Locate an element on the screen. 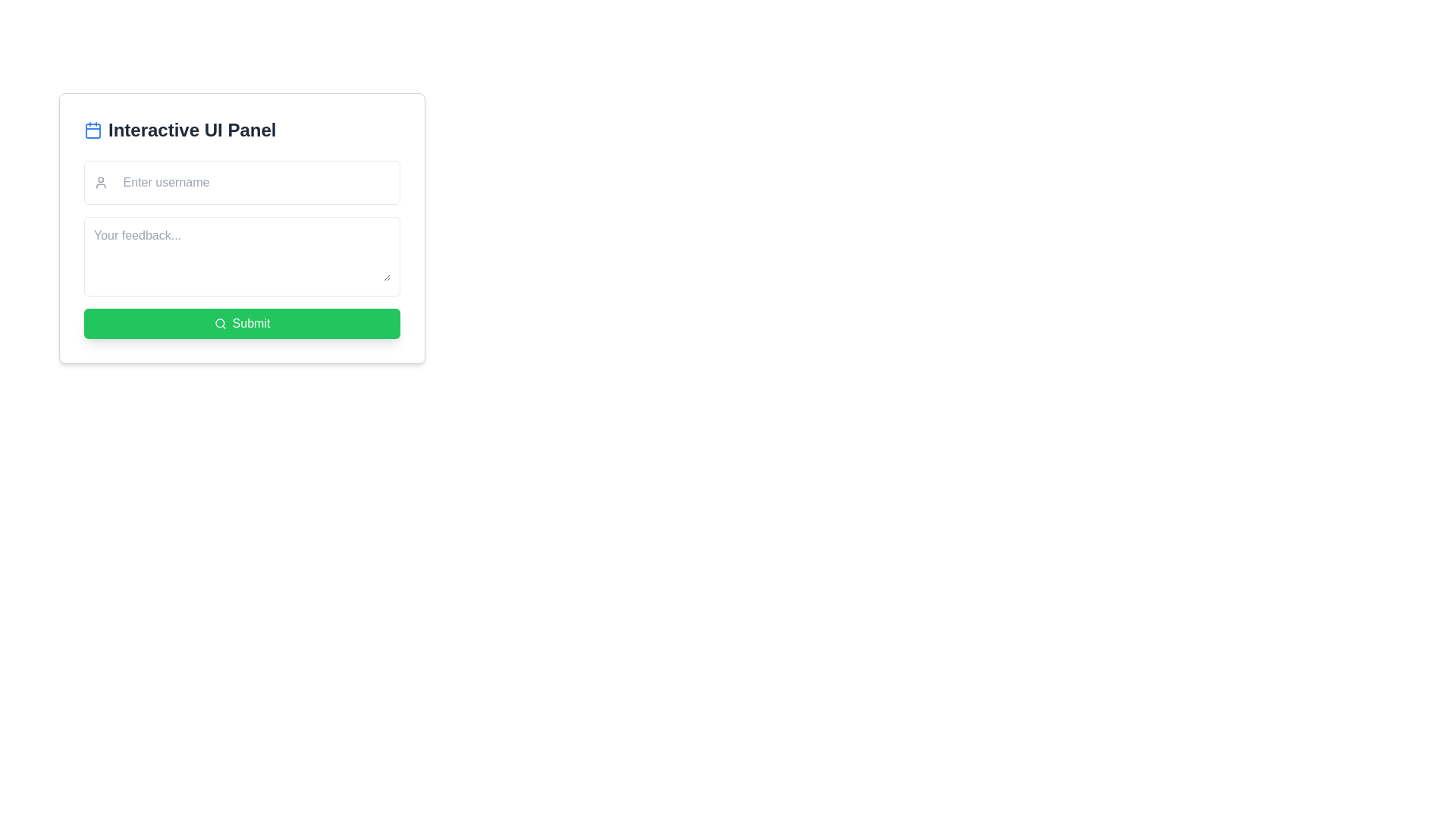 This screenshot has width=1456, height=819. the user-related context icon located at the top-left of the interactive panel, which precedes the adjacent text input field is located at coordinates (100, 181).